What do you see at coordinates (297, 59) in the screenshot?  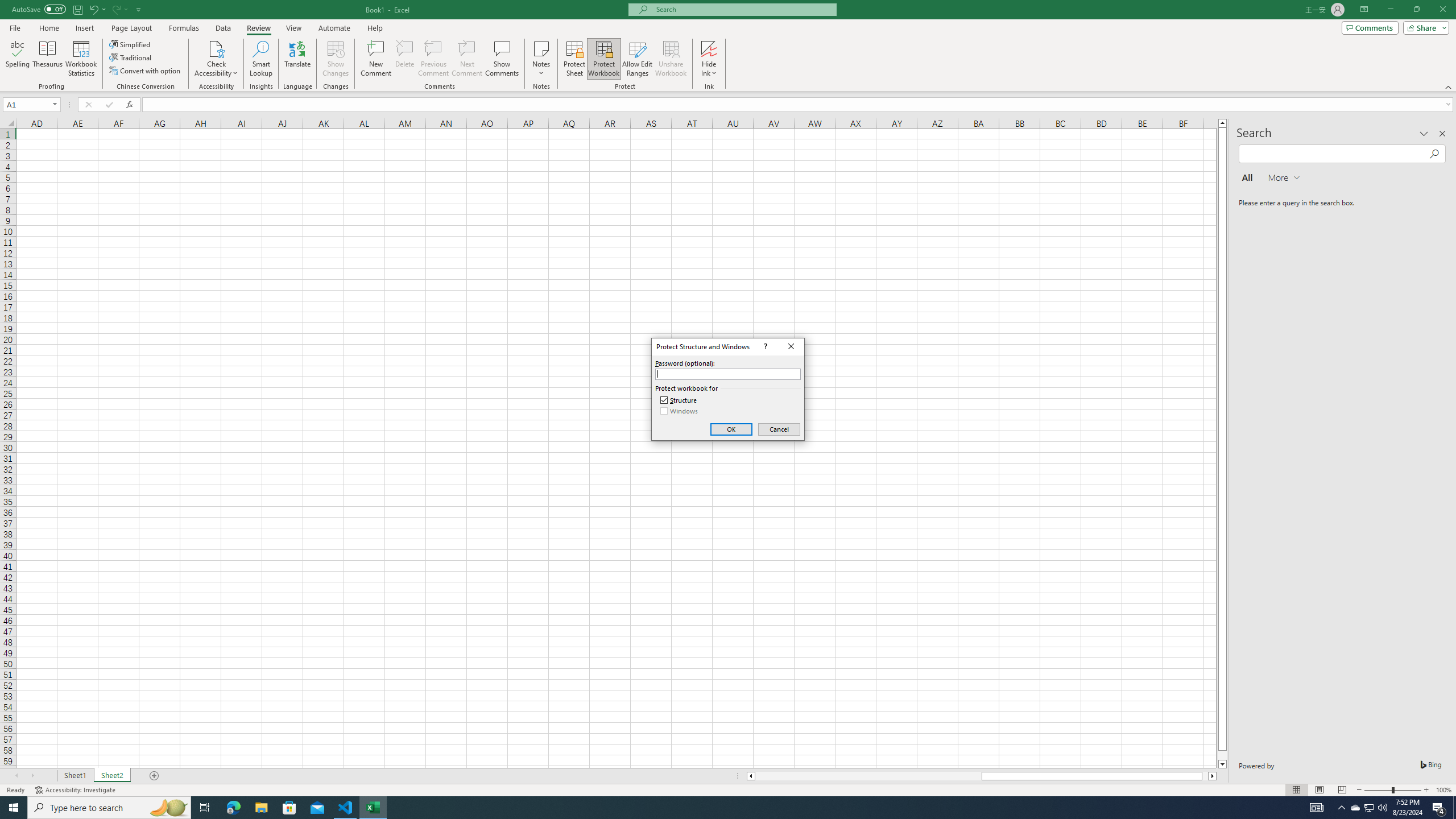 I see `'Translate'` at bounding box center [297, 59].